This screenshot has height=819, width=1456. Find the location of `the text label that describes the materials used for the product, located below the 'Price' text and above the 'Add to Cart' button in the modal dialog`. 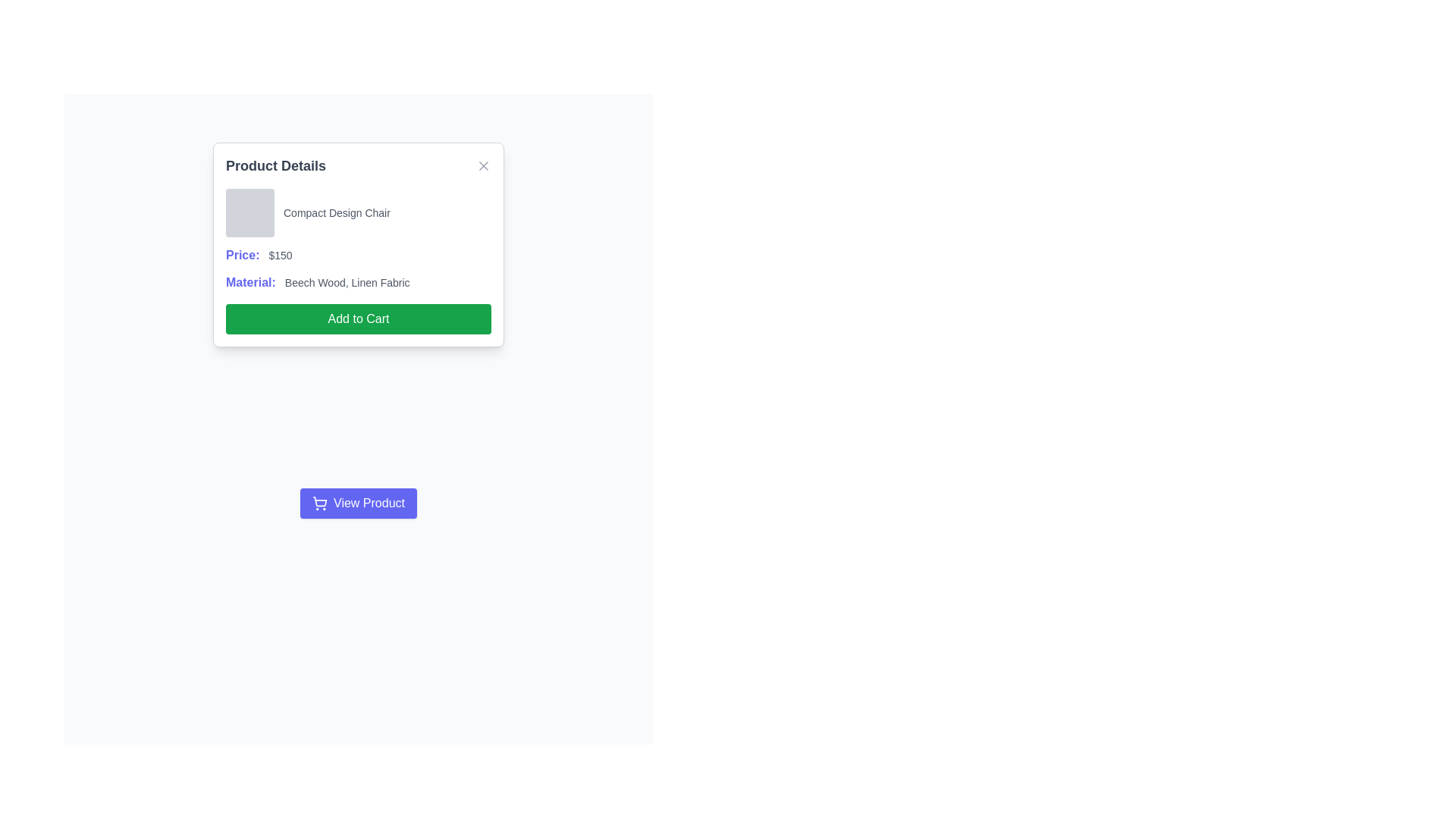

the text label that describes the materials used for the product, located below the 'Price' text and above the 'Add to Cart' button in the modal dialog is located at coordinates (358, 283).